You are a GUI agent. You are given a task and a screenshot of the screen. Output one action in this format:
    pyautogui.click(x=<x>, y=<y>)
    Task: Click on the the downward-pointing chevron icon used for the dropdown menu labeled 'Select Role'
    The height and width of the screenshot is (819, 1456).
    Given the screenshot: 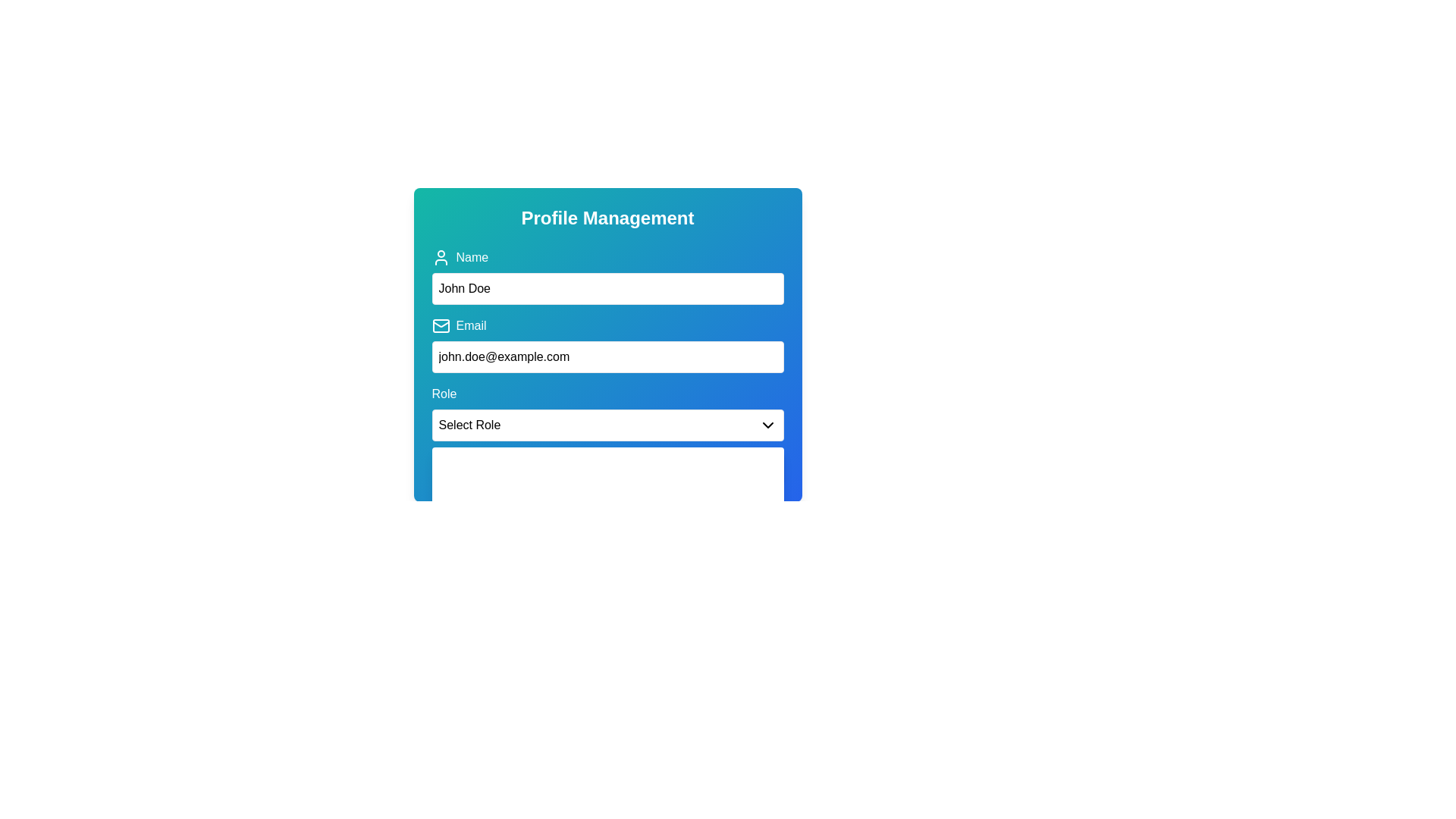 What is the action you would take?
    pyautogui.click(x=767, y=425)
    